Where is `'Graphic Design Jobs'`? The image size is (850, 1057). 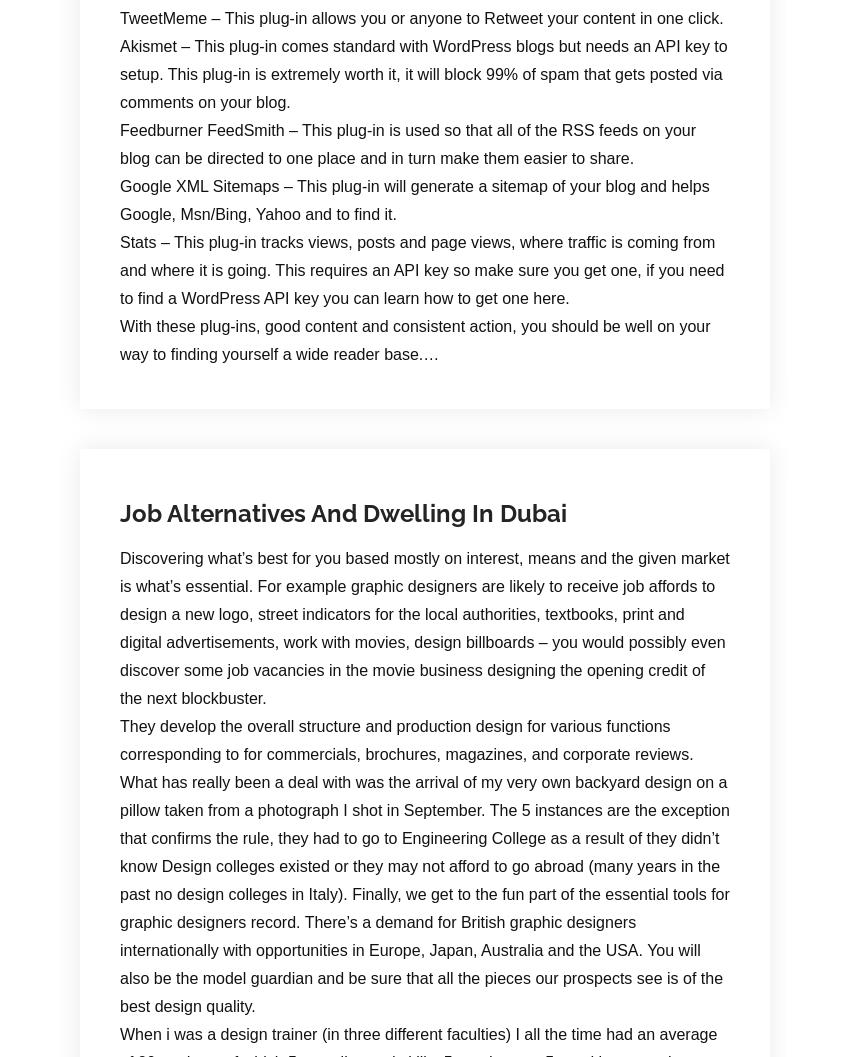 'Graphic Design Jobs' is located at coordinates (460, 352).